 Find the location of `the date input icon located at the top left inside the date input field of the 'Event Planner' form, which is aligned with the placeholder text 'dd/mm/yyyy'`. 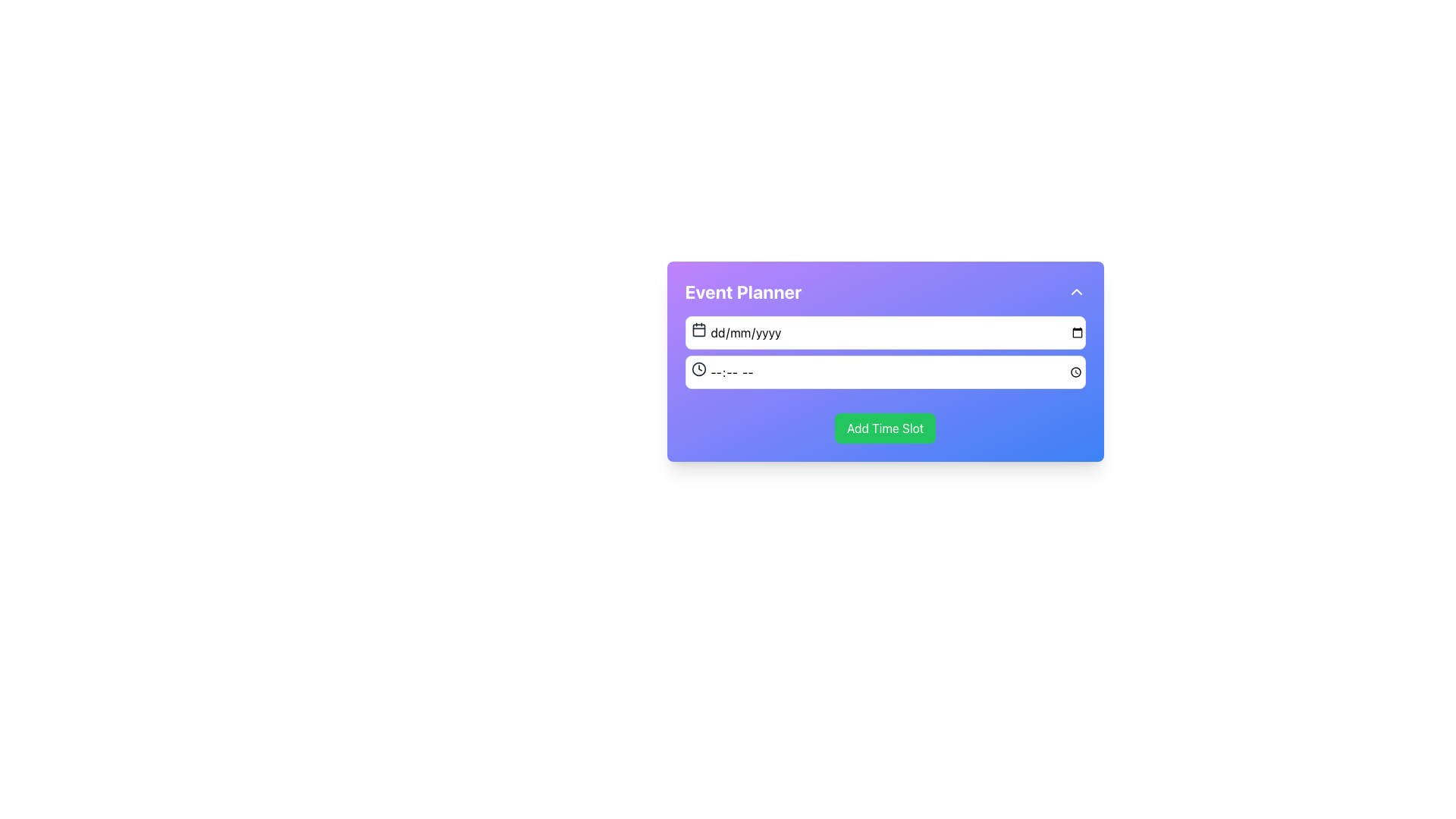

the date input icon located at the top left inside the date input field of the 'Event Planner' form, which is aligned with the placeholder text 'dd/mm/yyyy' is located at coordinates (698, 329).